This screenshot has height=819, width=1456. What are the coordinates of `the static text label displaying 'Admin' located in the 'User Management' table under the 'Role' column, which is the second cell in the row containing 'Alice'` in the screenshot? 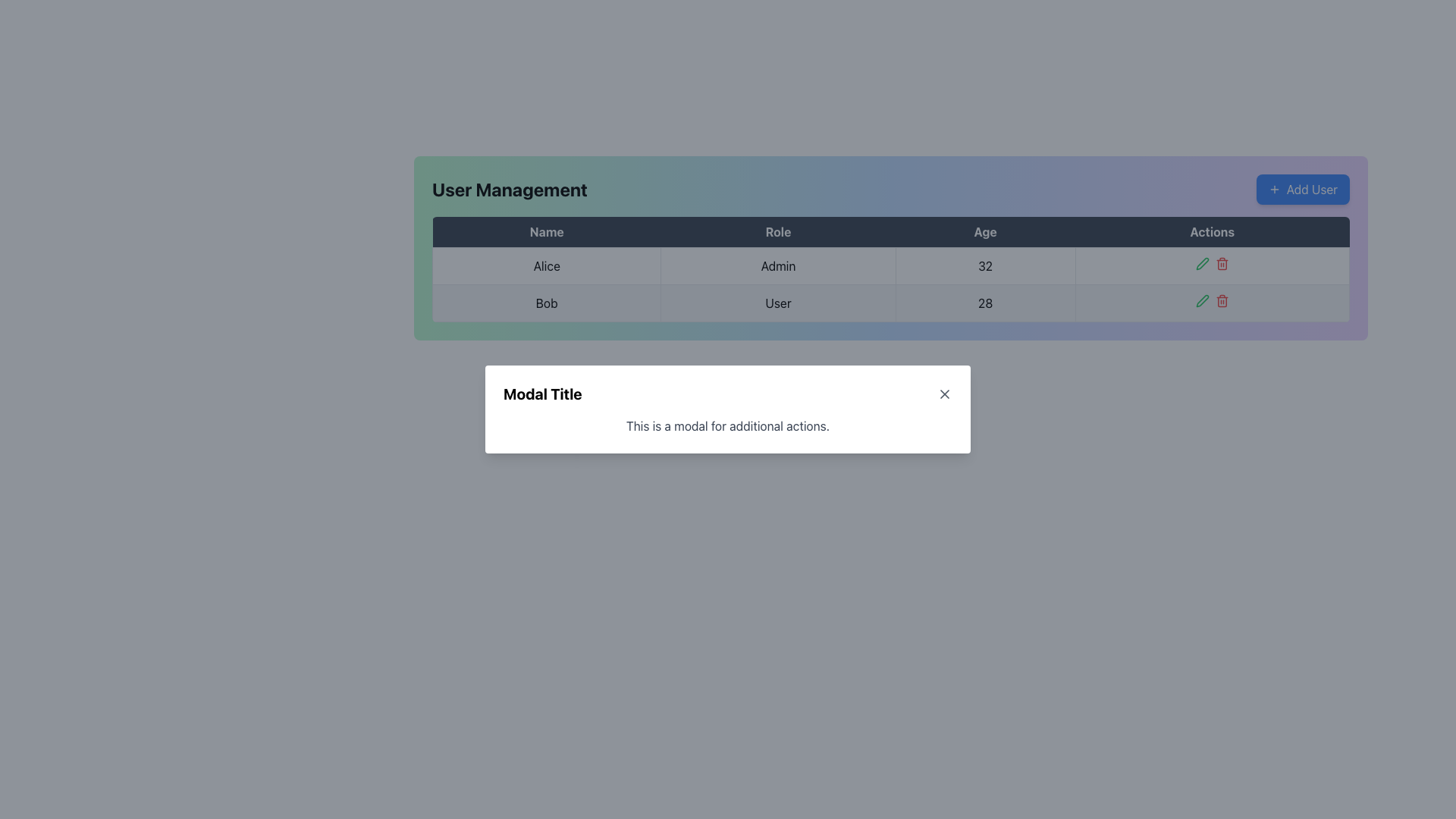 It's located at (778, 265).